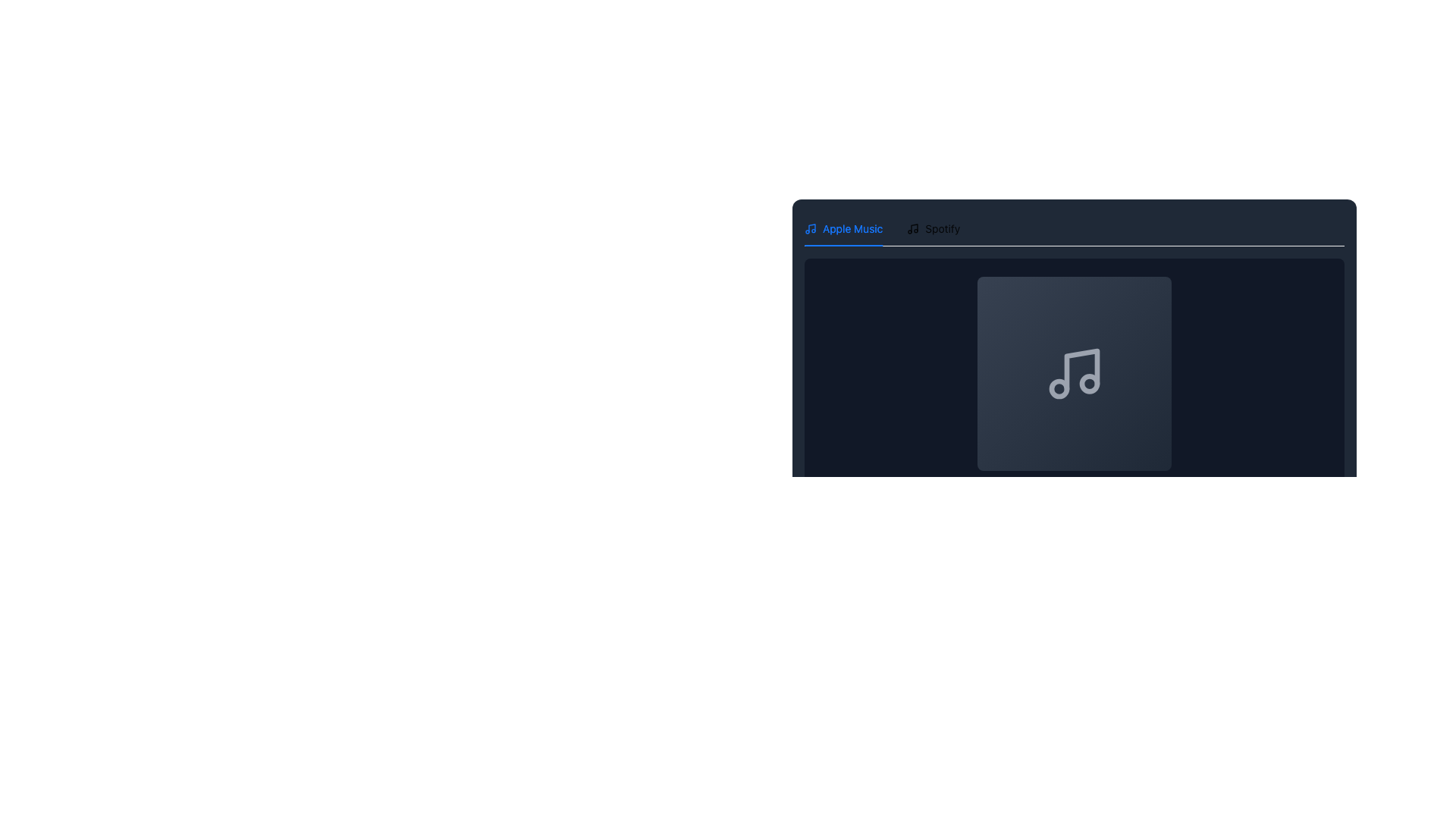 The width and height of the screenshot is (1456, 819). What do you see at coordinates (912, 228) in the screenshot?
I see `the music icon associated with the 'Spotify' label, located at the top-right section of the interface` at bounding box center [912, 228].